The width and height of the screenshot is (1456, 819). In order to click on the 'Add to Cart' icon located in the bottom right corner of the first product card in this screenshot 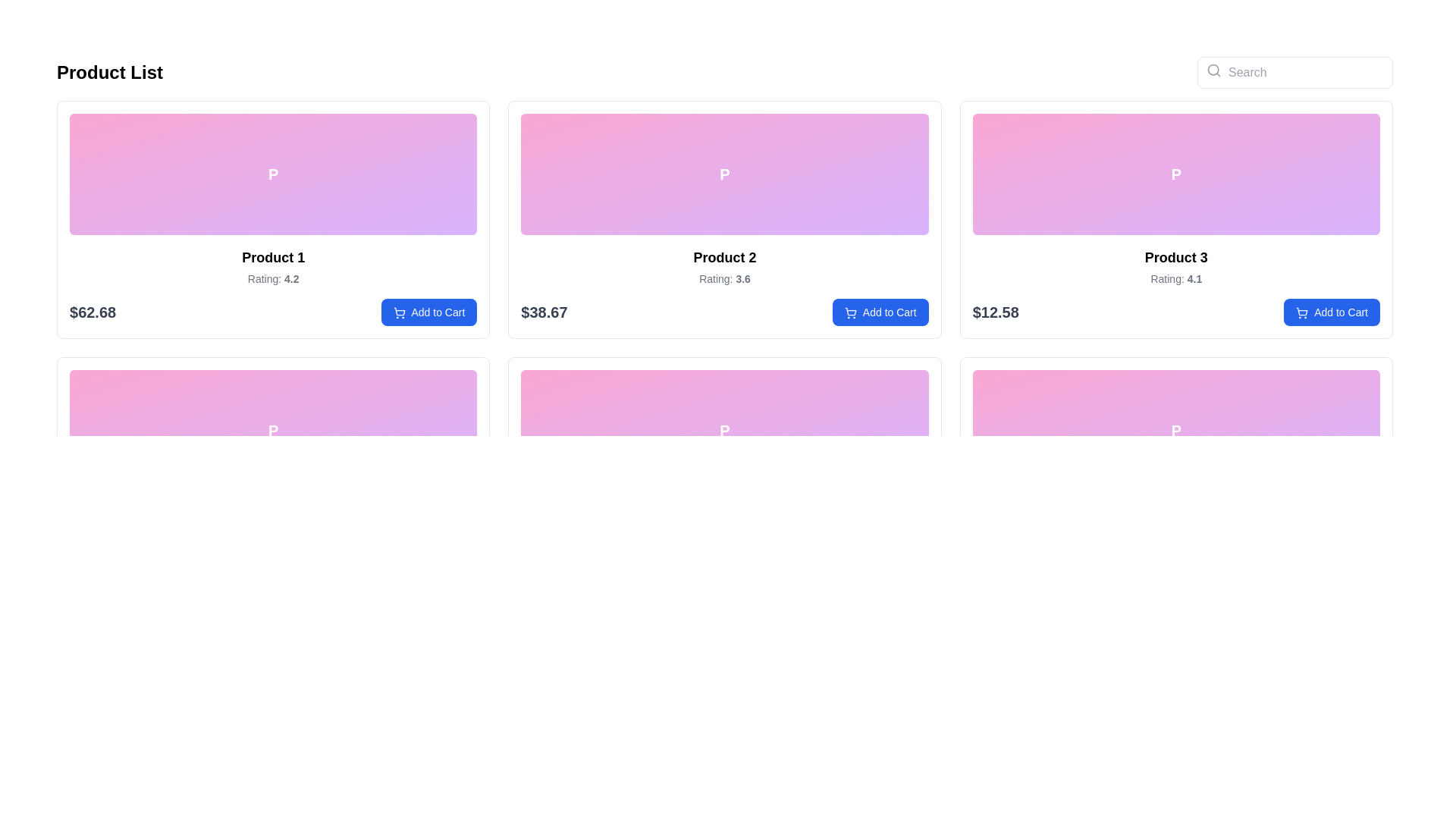, I will do `click(399, 311)`.